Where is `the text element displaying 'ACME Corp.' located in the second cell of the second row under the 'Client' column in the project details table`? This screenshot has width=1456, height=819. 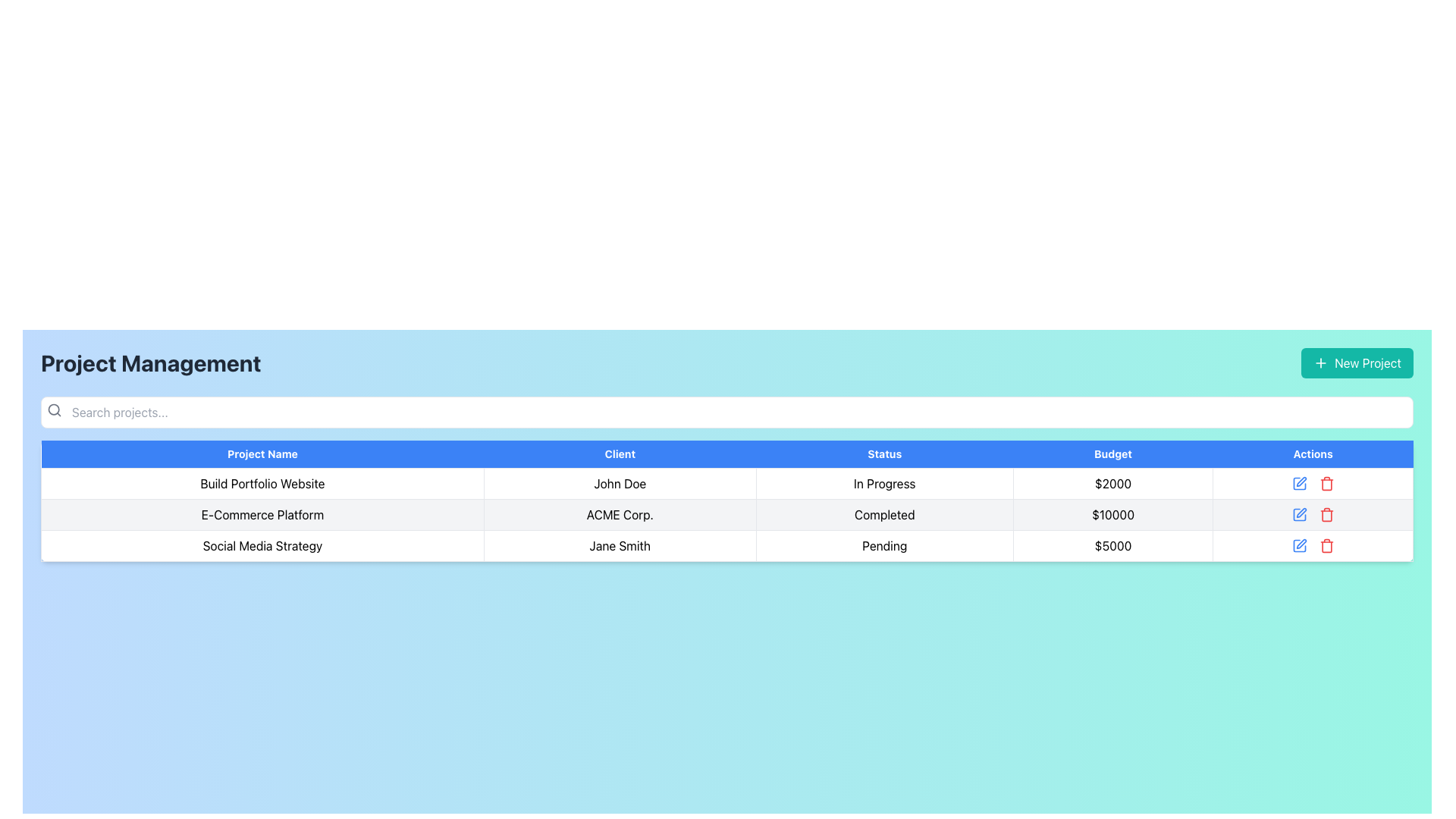 the text element displaying 'ACME Corp.' located in the second cell of the second row under the 'Client' column in the project details table is located at coordinates (620, 513).